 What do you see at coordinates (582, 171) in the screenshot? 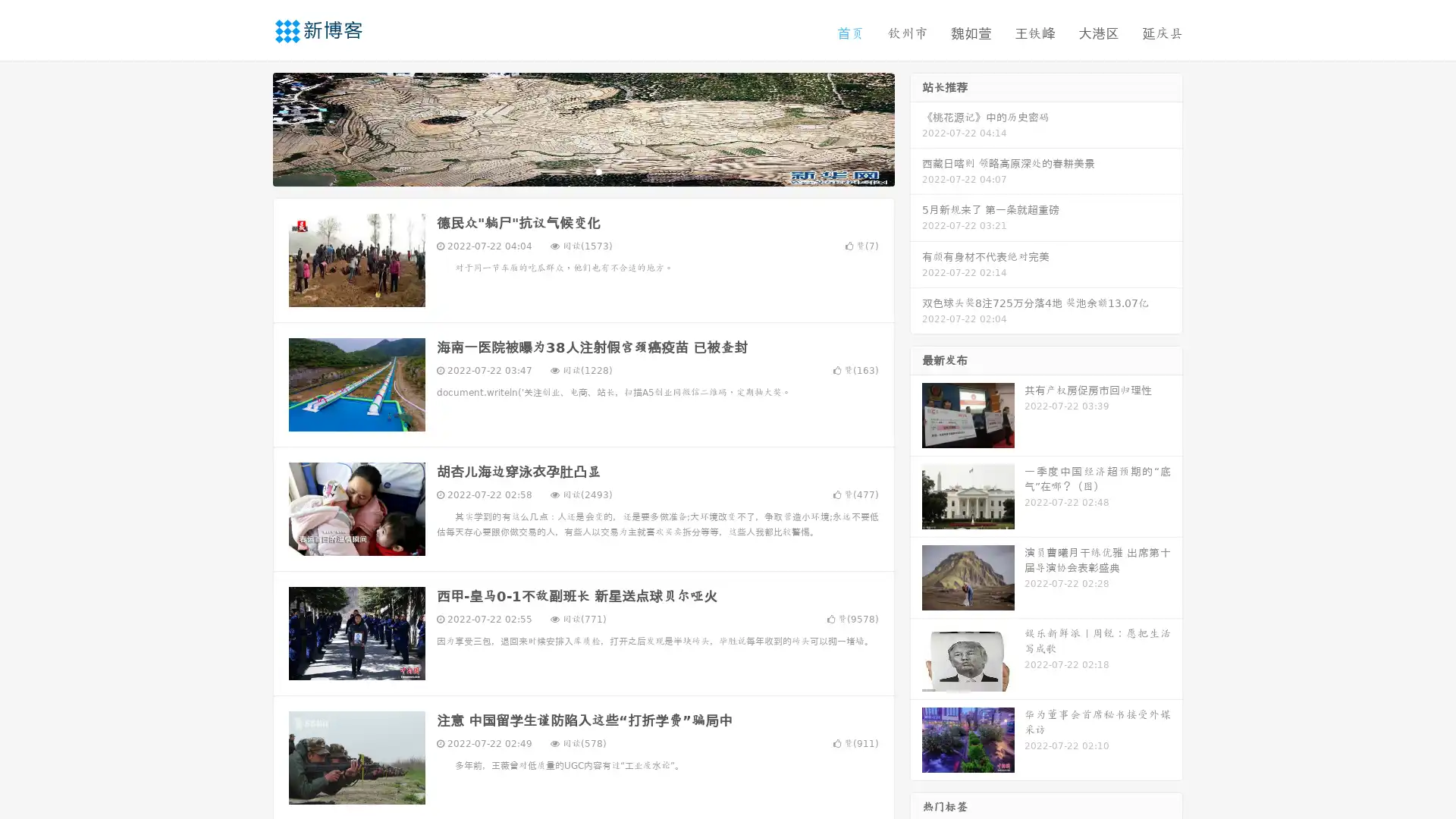
I see `Go to slide 2` at bounding box center [582, 171].